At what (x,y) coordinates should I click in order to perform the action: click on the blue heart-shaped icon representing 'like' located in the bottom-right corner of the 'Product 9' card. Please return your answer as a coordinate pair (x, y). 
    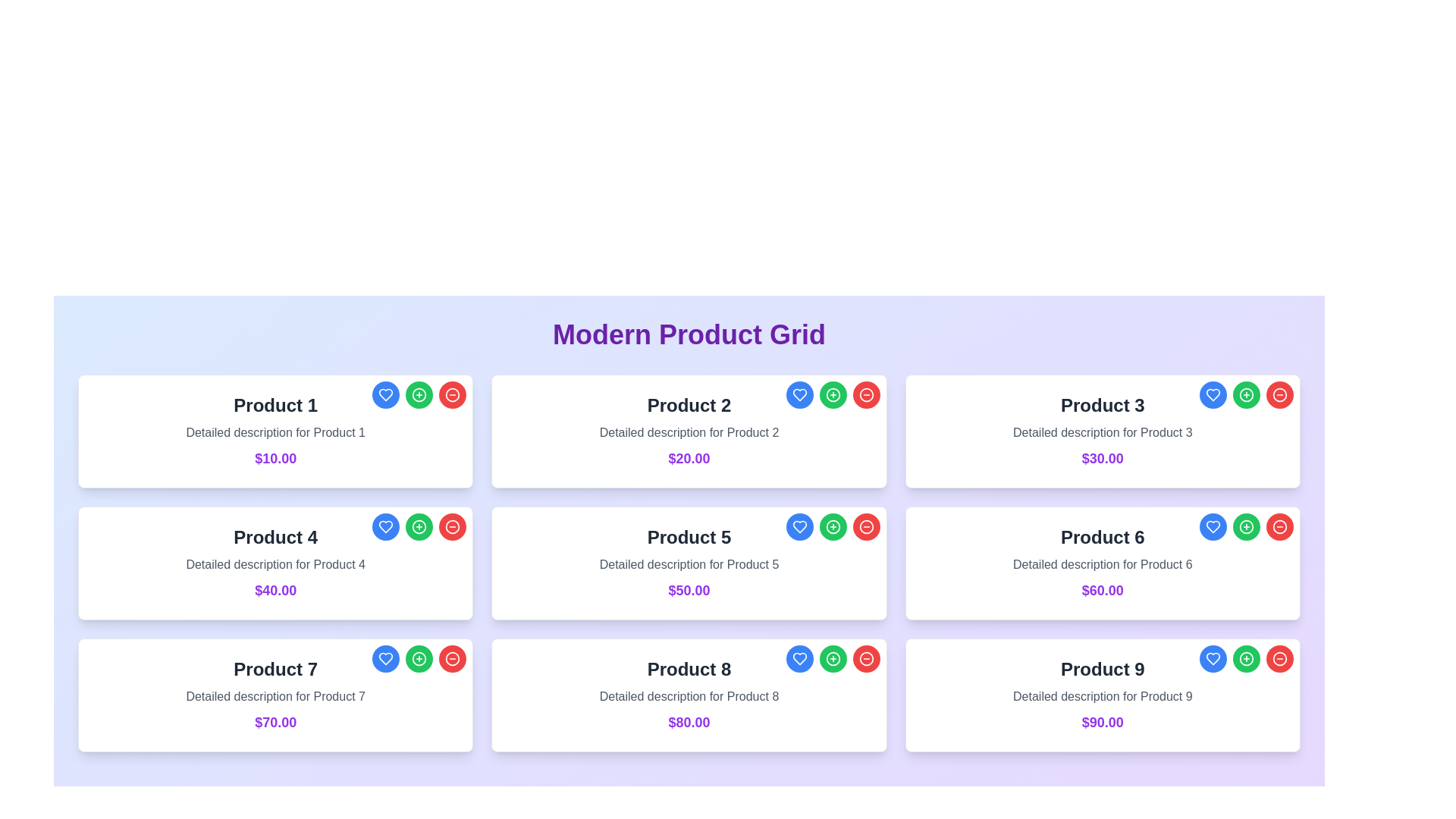
    Looking at the image, I should click on (1212, 526).